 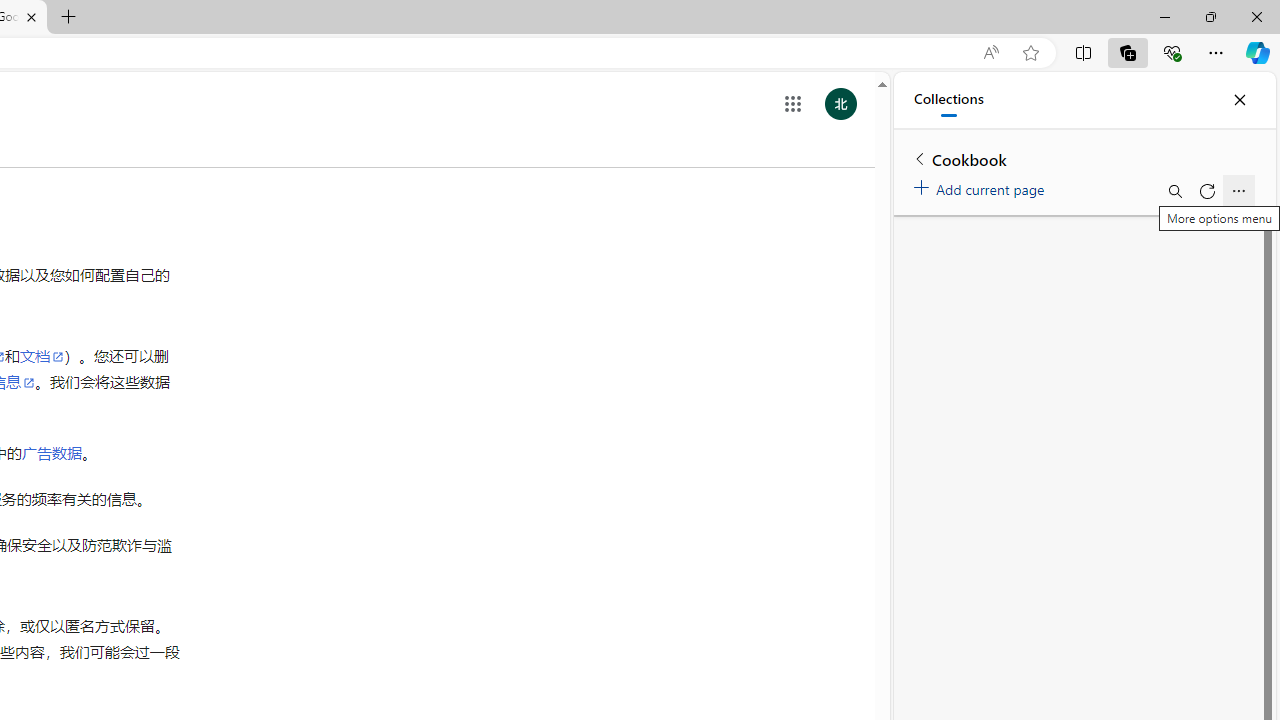 I want to click on 'Back to list of collections', so click(x=919, y=158).